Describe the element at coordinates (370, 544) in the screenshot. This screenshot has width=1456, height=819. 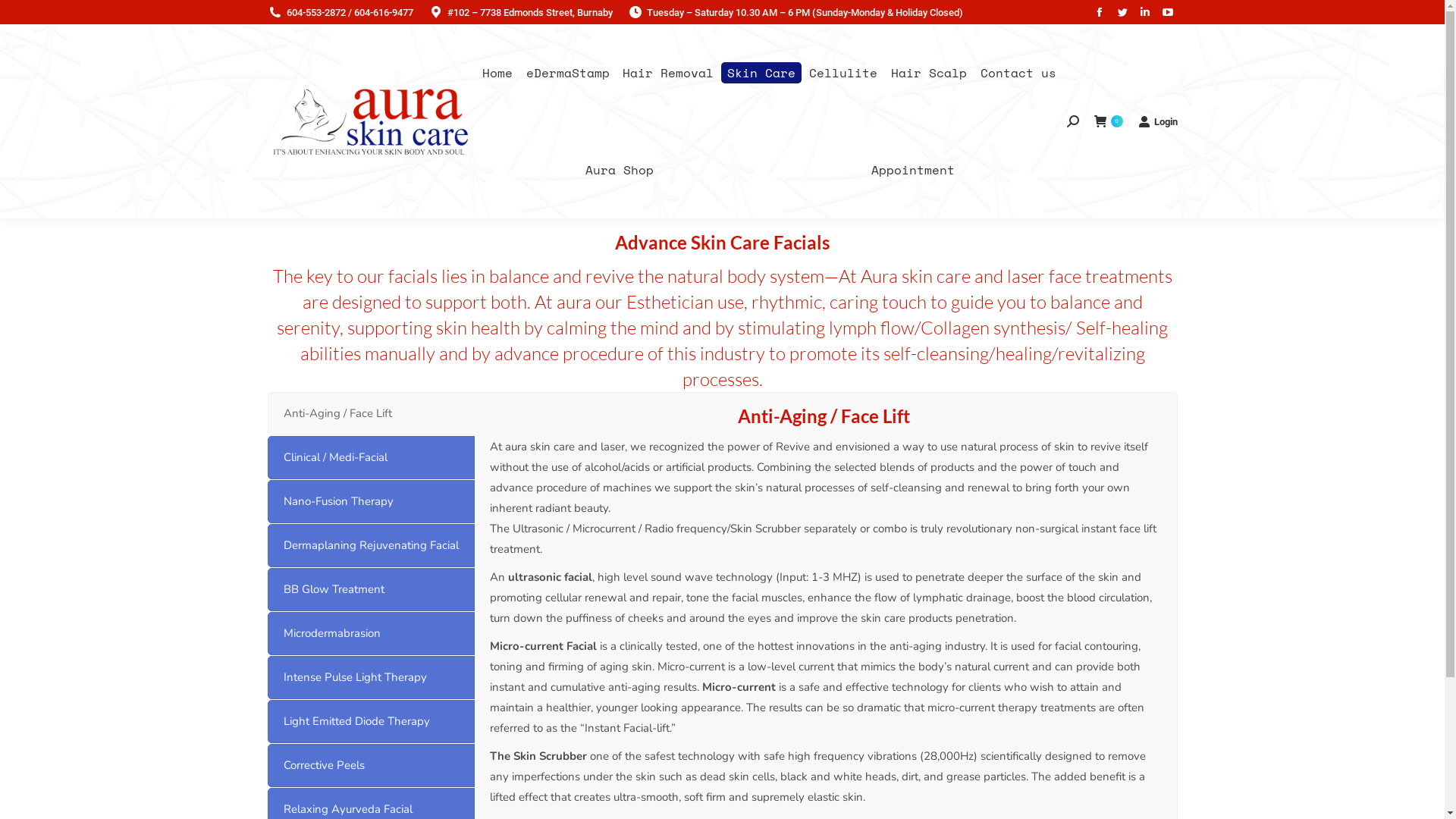
I see `'Dermaplaning Rejuvenating Facial'` at that location.